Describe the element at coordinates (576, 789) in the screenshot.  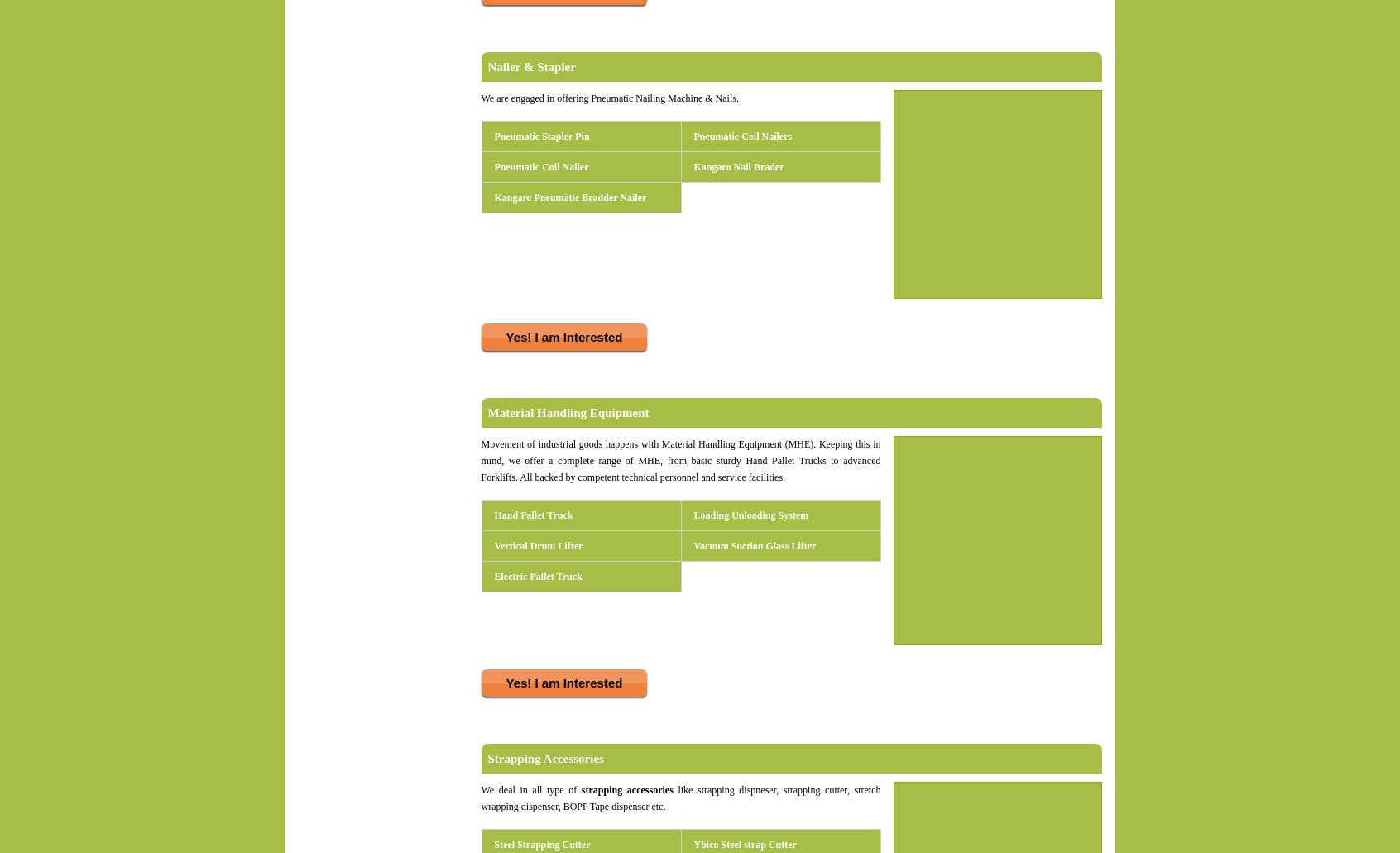
I see `'strapping accessories'` at that location.